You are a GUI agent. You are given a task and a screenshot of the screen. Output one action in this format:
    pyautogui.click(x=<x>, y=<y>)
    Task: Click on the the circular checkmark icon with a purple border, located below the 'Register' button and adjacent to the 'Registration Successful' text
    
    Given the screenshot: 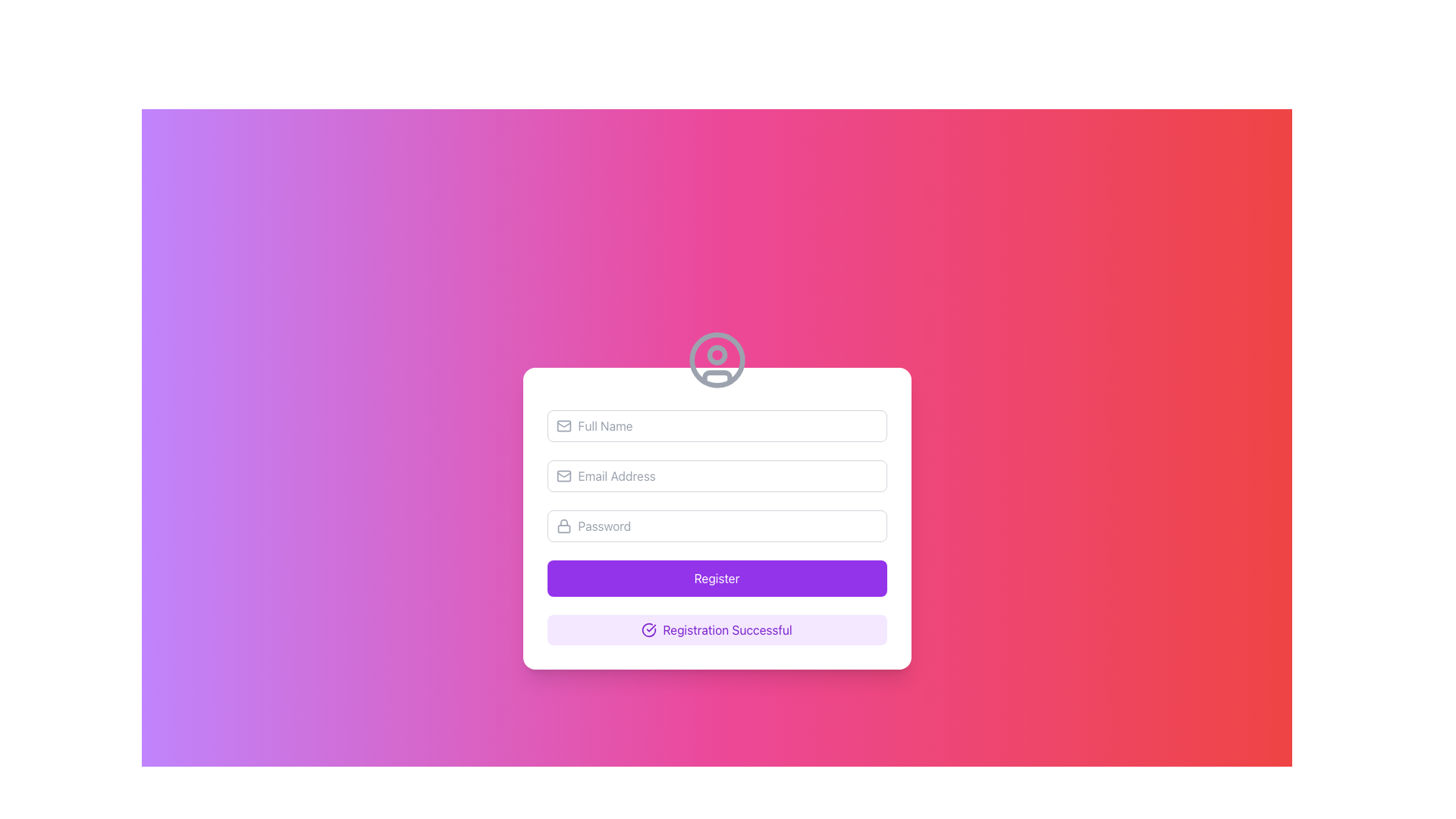 What is the action you would take?
    pyautogui.click(x=649, y=629)
    